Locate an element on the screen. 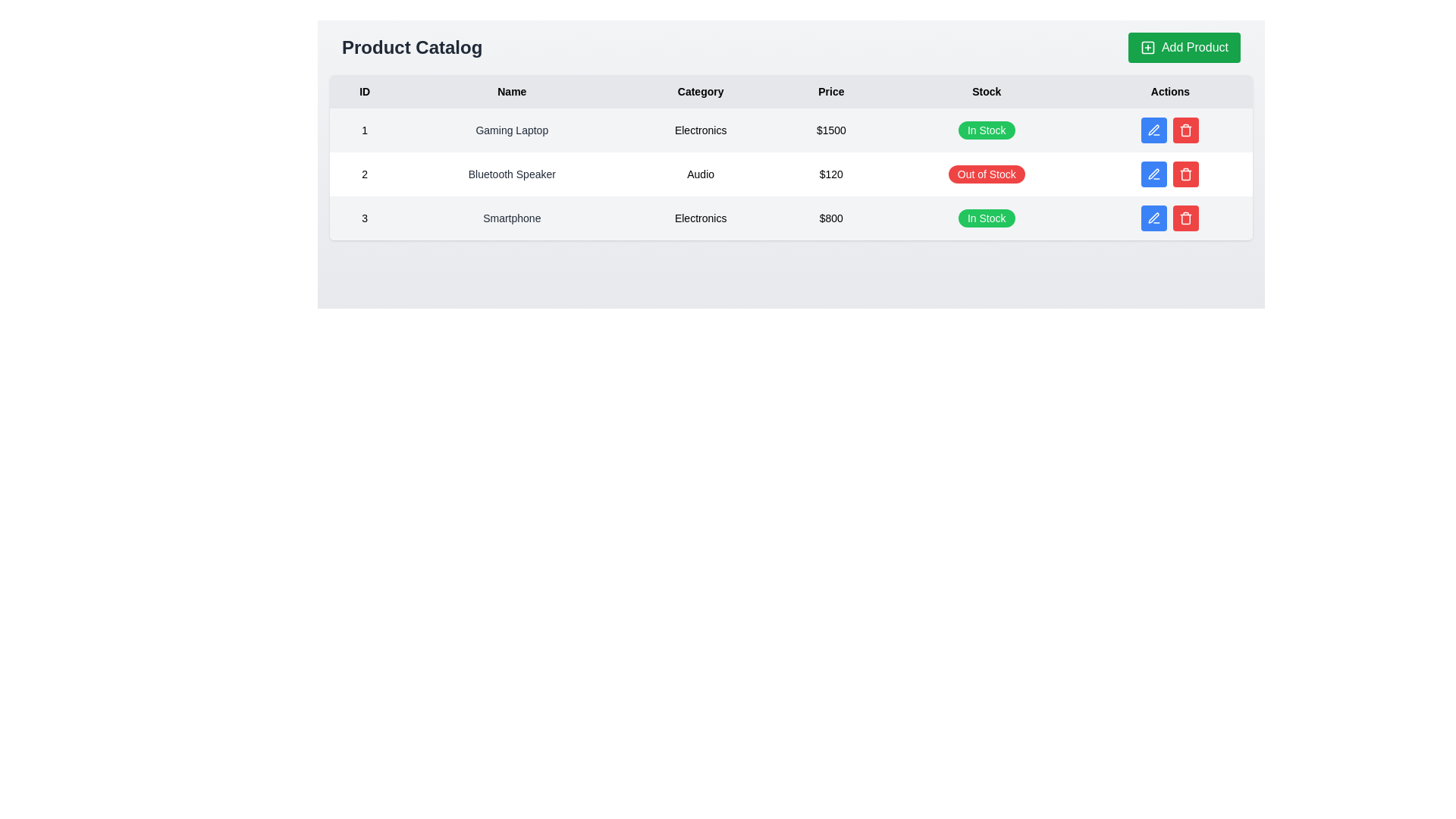  the edit icon button located in the 'Actions' column of the second row of the table to modify the corresponding item is located at coordinates (1153, 129).